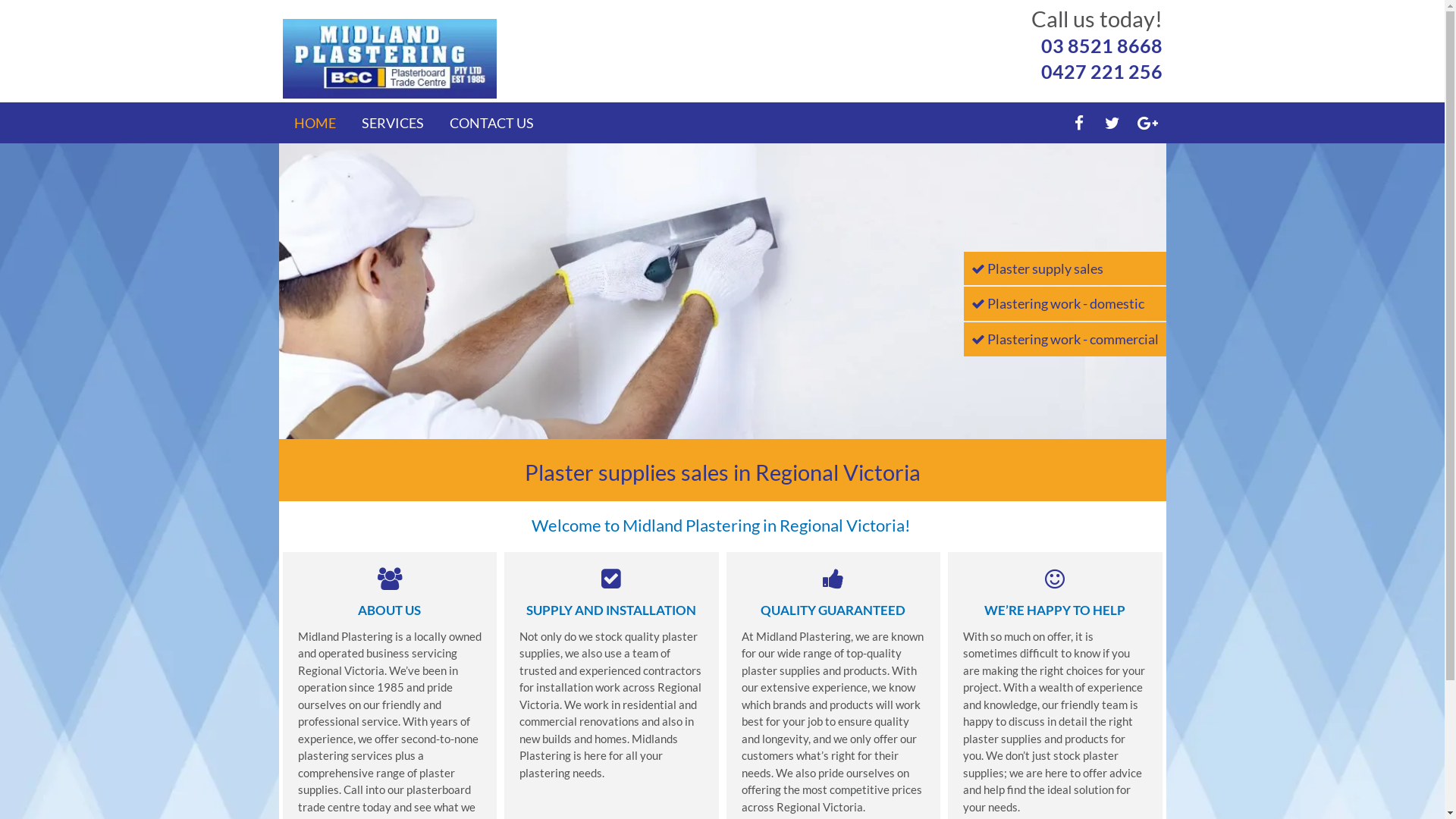  Describe the element at coordinates (392, 122) in the screenshot. I see `'SERVICES'` at that location.